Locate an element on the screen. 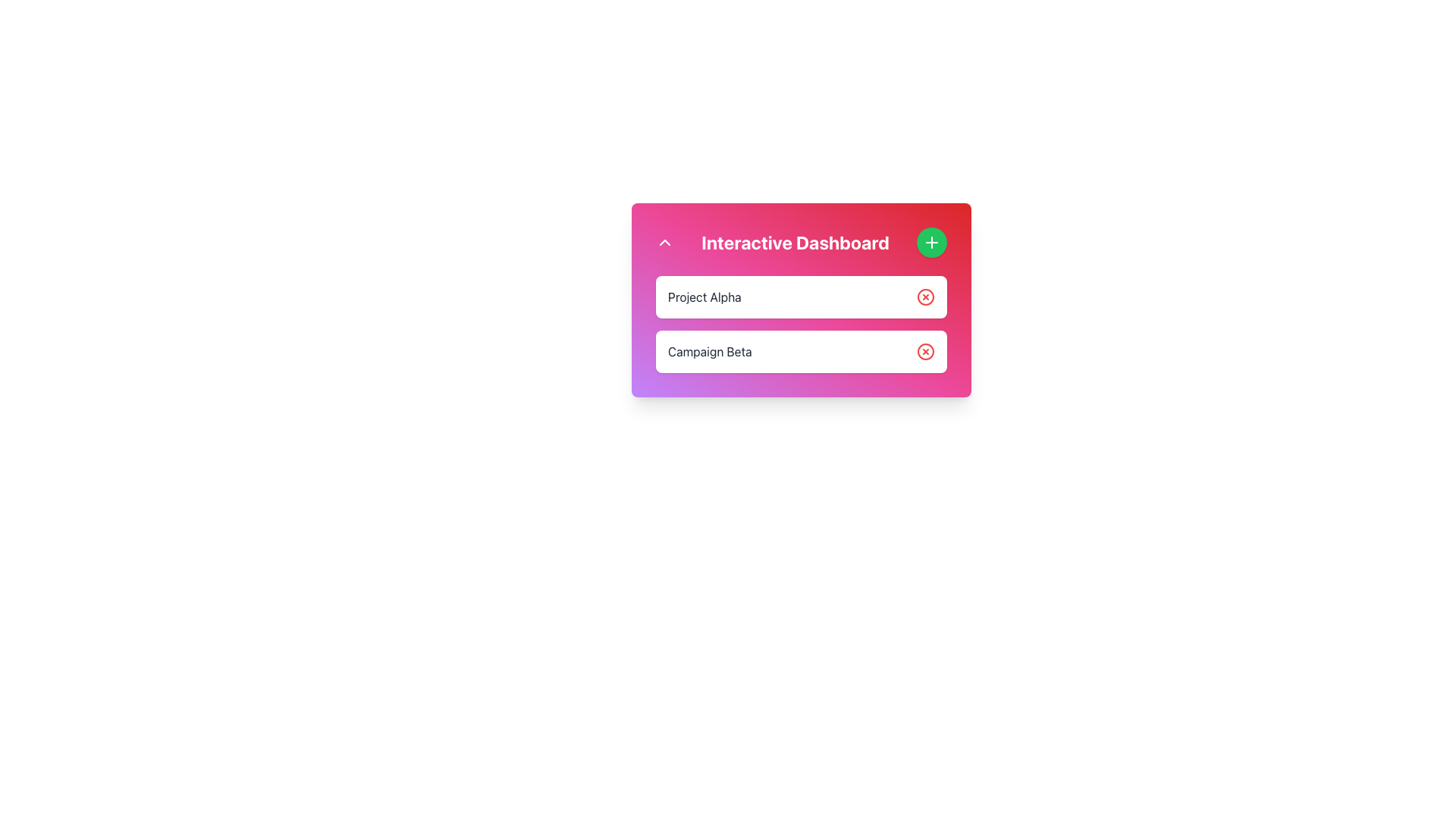 The height and width of the screenshot is (819, 1456). the button located in the top-right corner of the 'Interactive Dashboard' card is located at coordinates (930, 242).